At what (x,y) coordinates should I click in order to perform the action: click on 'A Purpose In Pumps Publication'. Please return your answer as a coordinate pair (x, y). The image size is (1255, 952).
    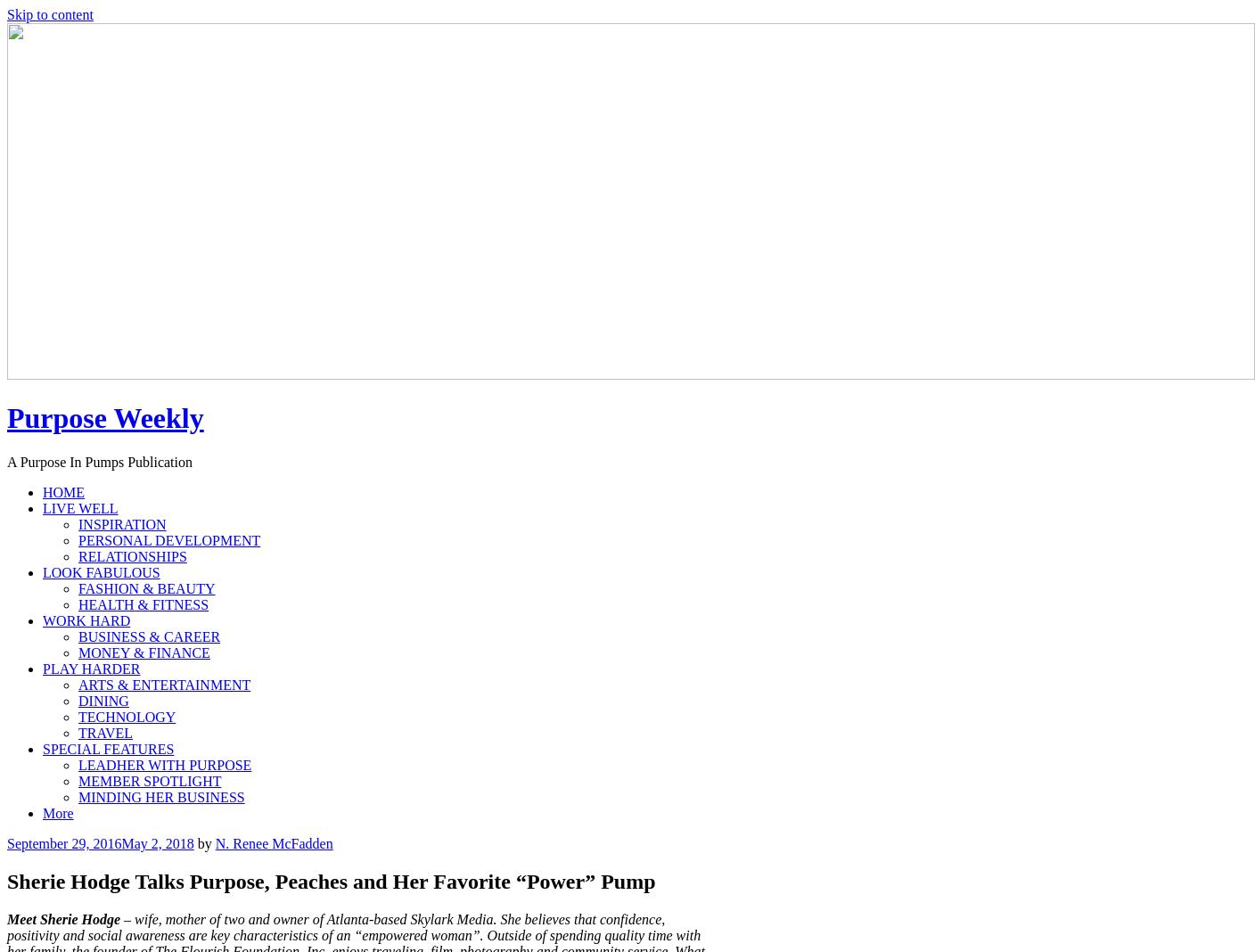
    Looking at the image, I should click on (99, 461).